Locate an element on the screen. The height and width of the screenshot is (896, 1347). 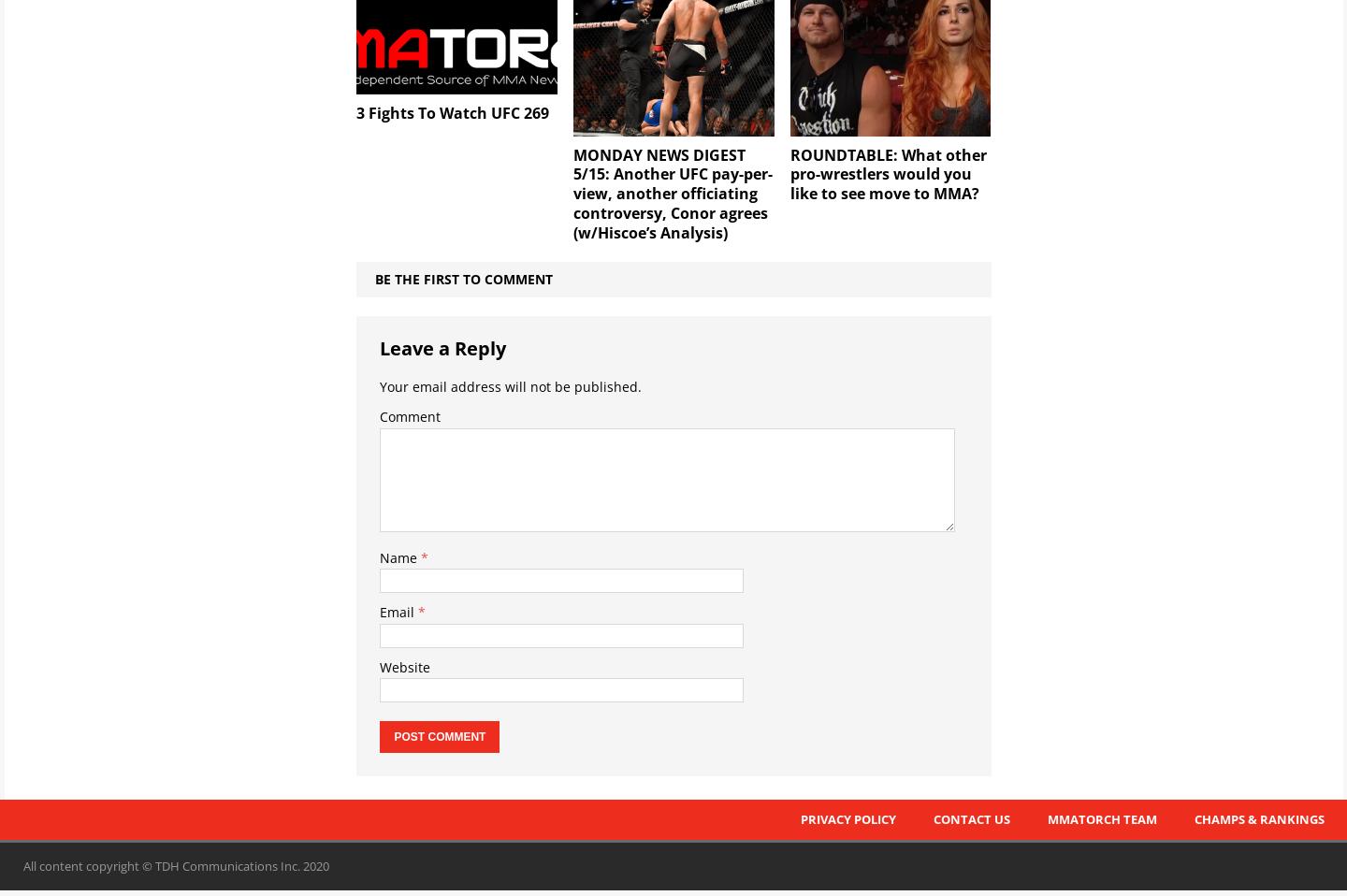
'3 Fights To Watch UFC 269' is located at coordinates (451, 112).